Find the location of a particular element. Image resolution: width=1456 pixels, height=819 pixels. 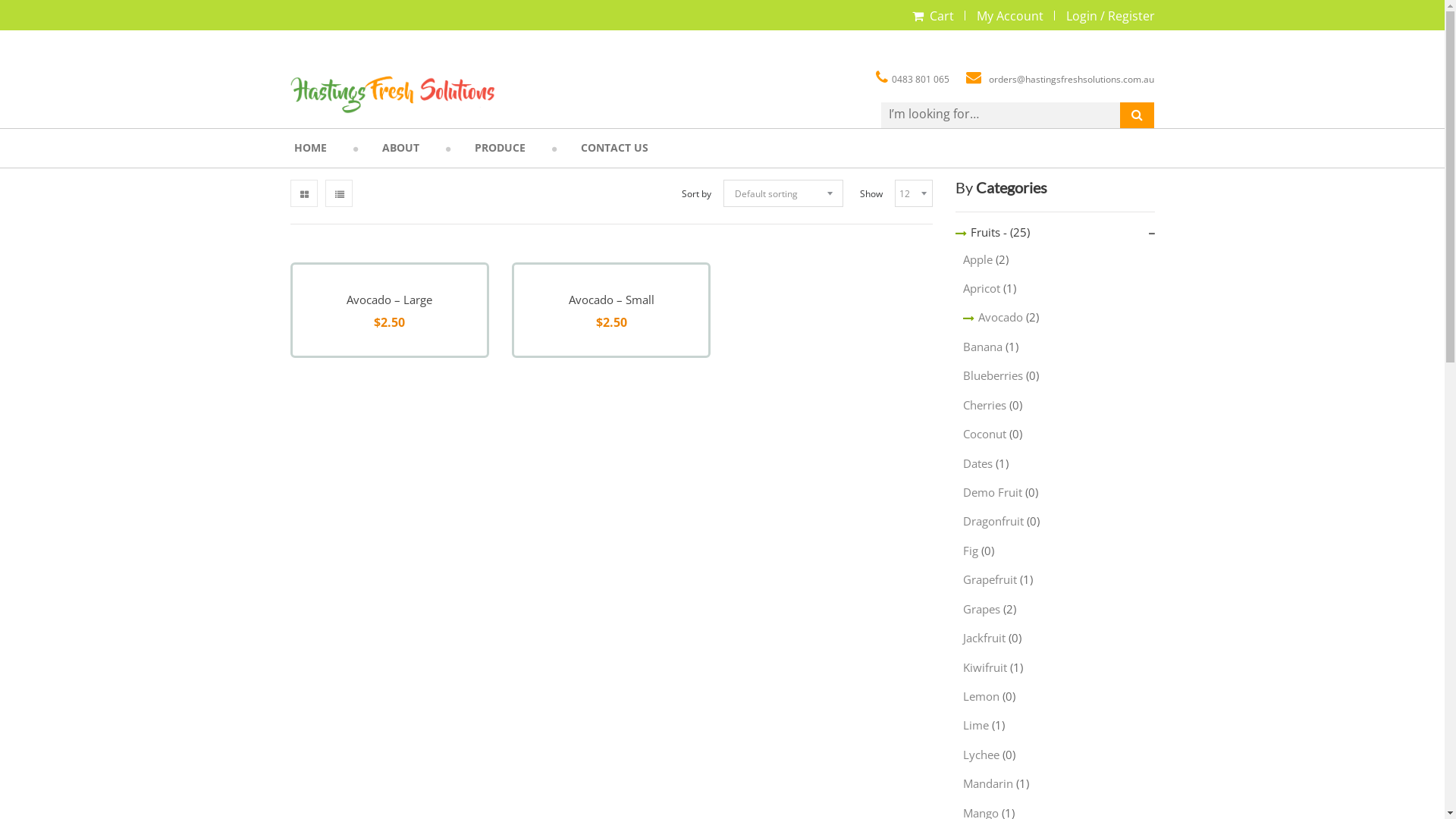

'List View' is located at coordinates (323, 192).